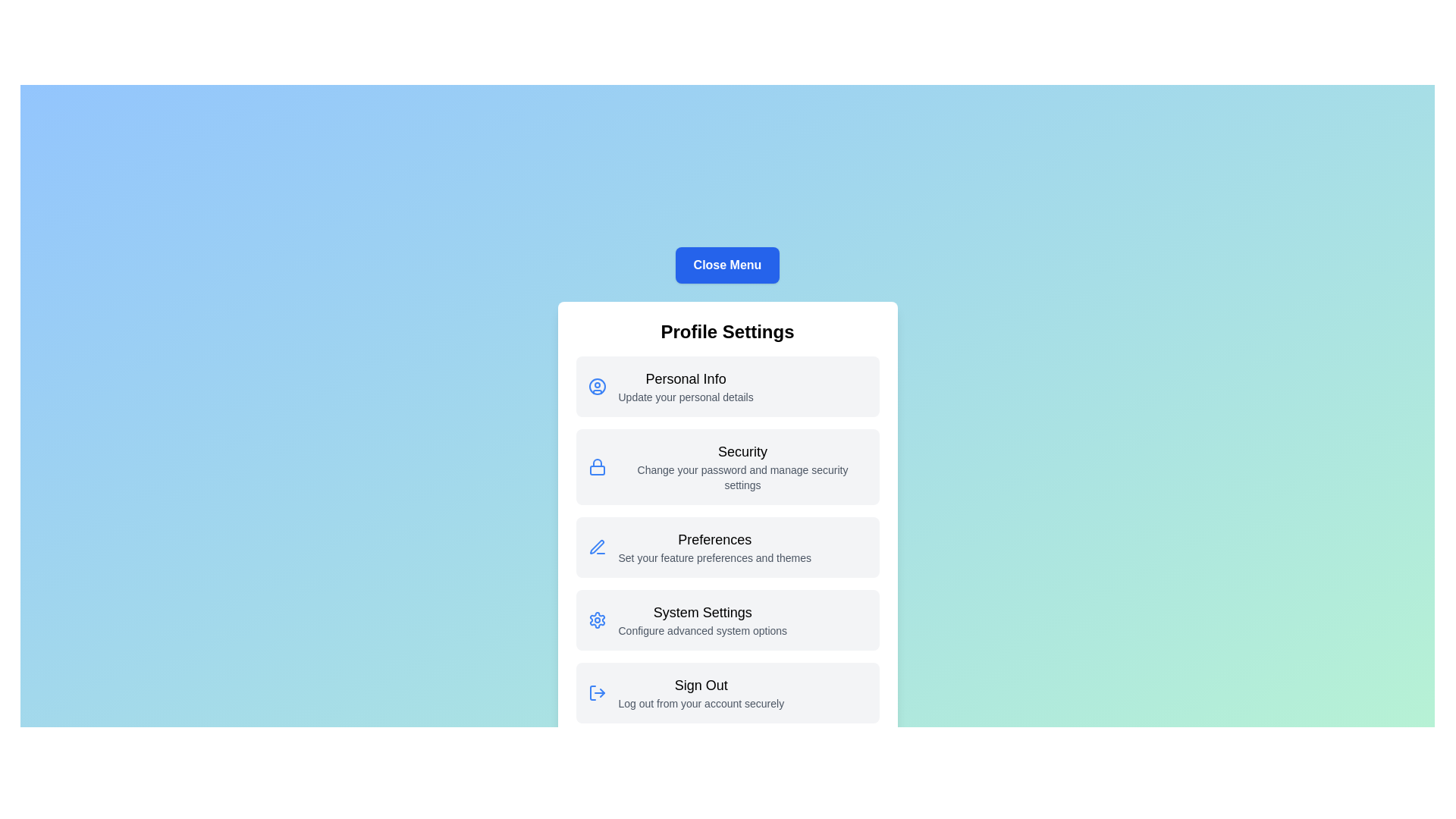 Image resolution: width=1456 pixels, height=819 pixels. I want to click on the icon associated with the menu item Sign Out, so click(596, 693).